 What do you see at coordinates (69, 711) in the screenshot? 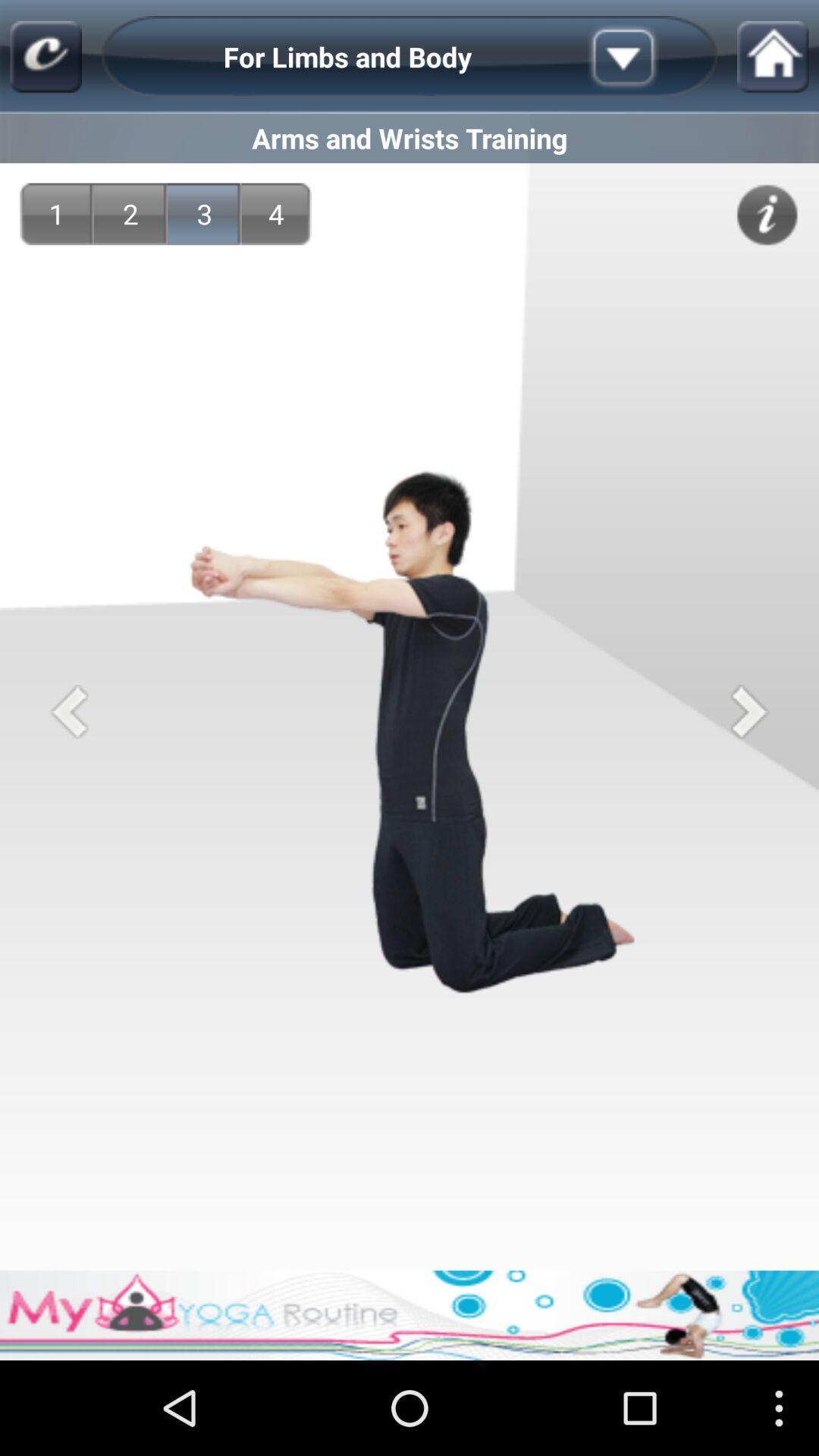
I see `item on the left` at bounding box center [69, 711].